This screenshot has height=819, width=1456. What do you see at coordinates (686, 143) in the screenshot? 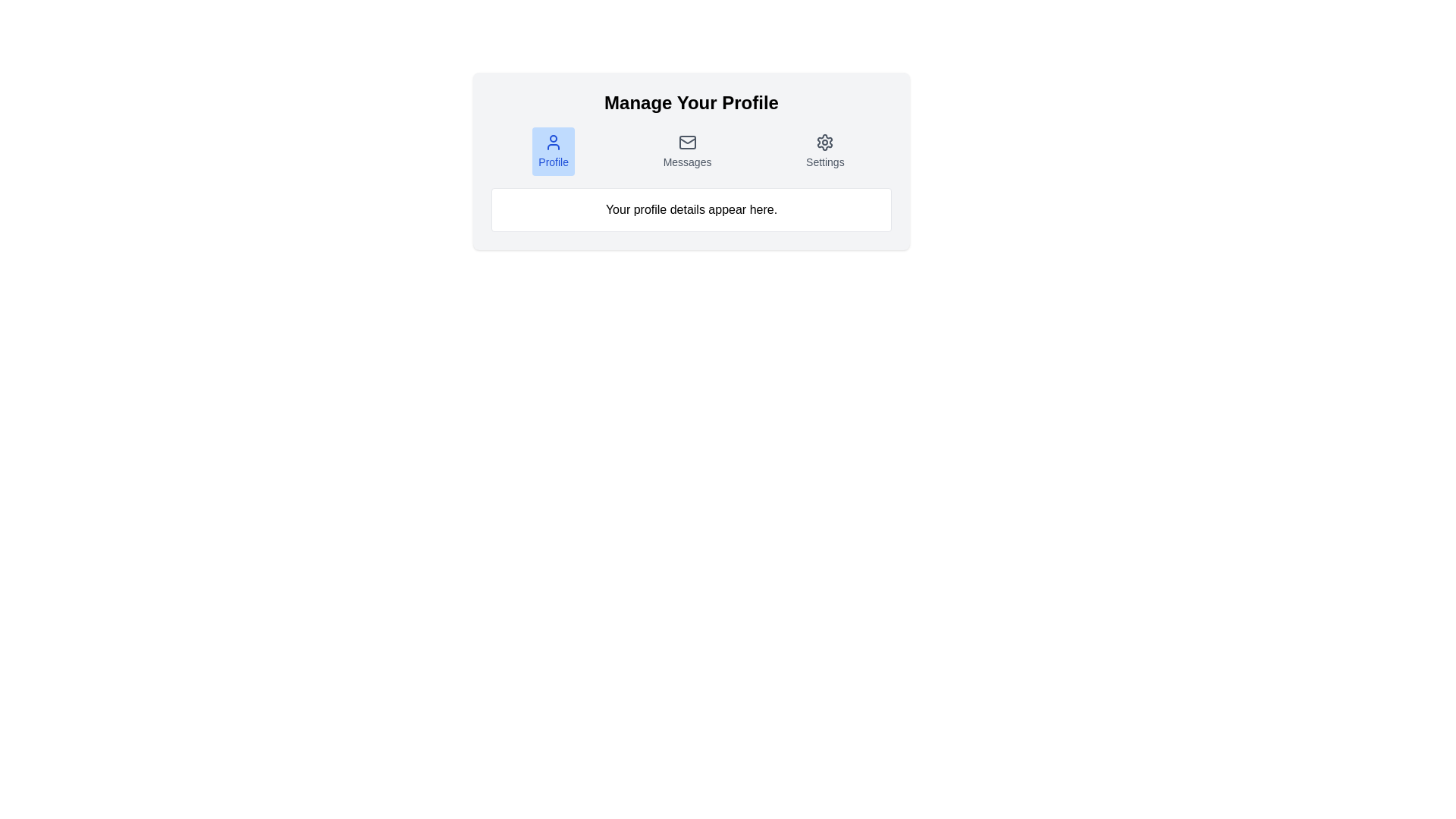
I see `the envelope icon that is styled with a minimalist outline in gray, located above the 'Messages' text label, which is the central button in a horizontal group of three buttons ('Profile', 'Messages', 'Settings')` at bounding box center [686, 143].